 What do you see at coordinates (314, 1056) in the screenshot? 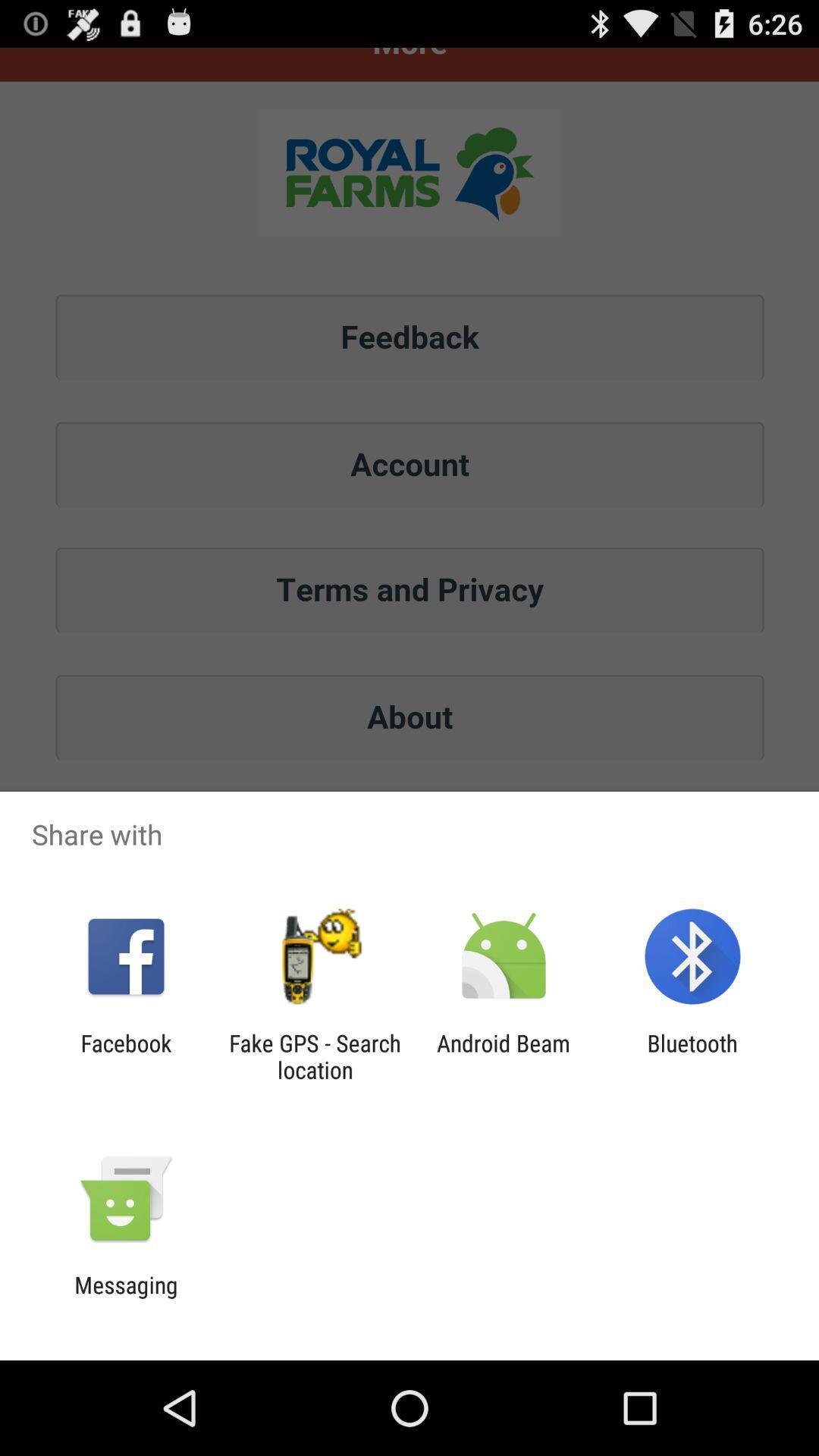
I see `app next to facebook item` at bounding box center [314, 1056].